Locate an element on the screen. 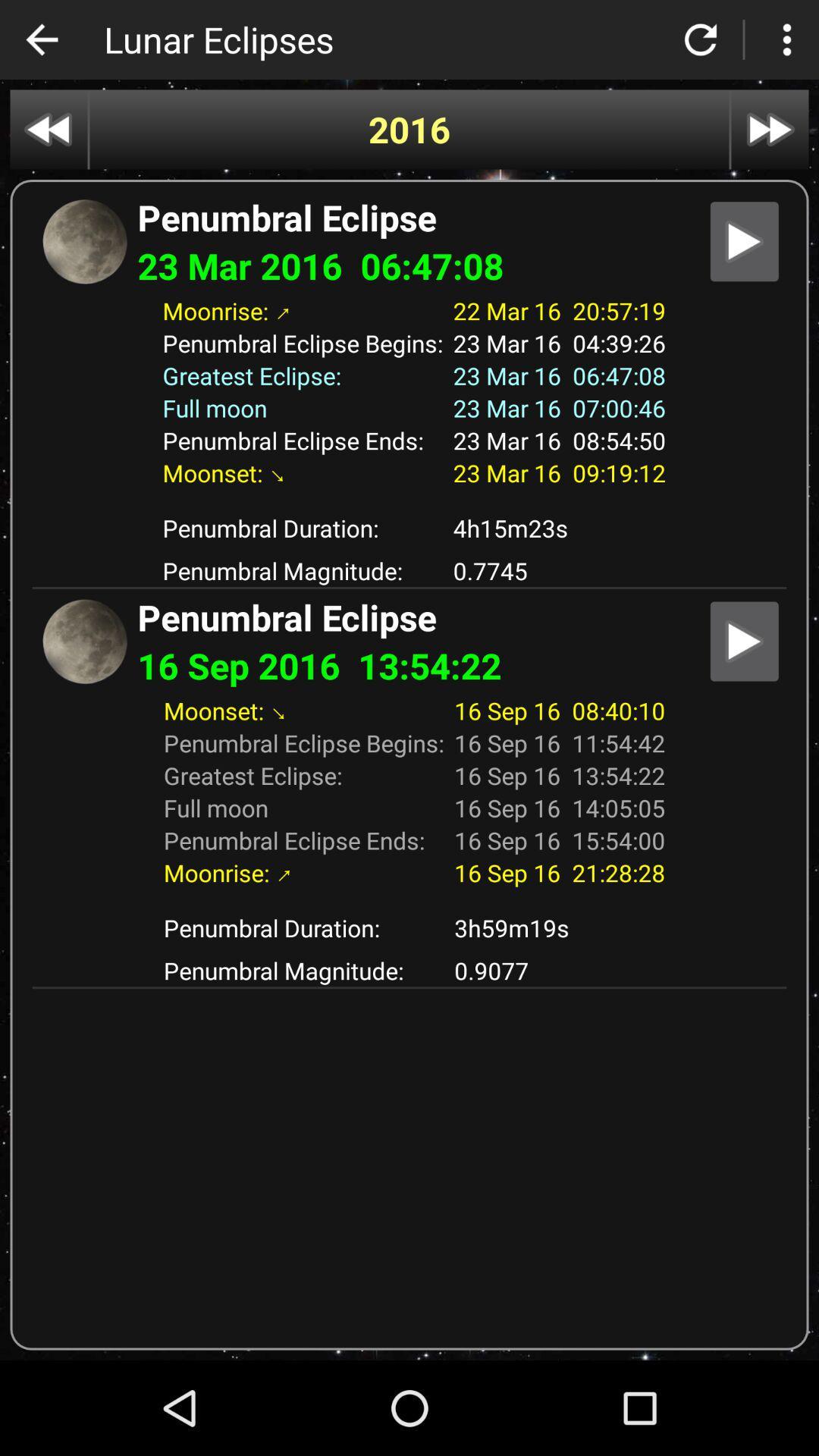 The height and width of the screenshot is (1456, 819). switch to previous page is located at coordinates (41, 39).